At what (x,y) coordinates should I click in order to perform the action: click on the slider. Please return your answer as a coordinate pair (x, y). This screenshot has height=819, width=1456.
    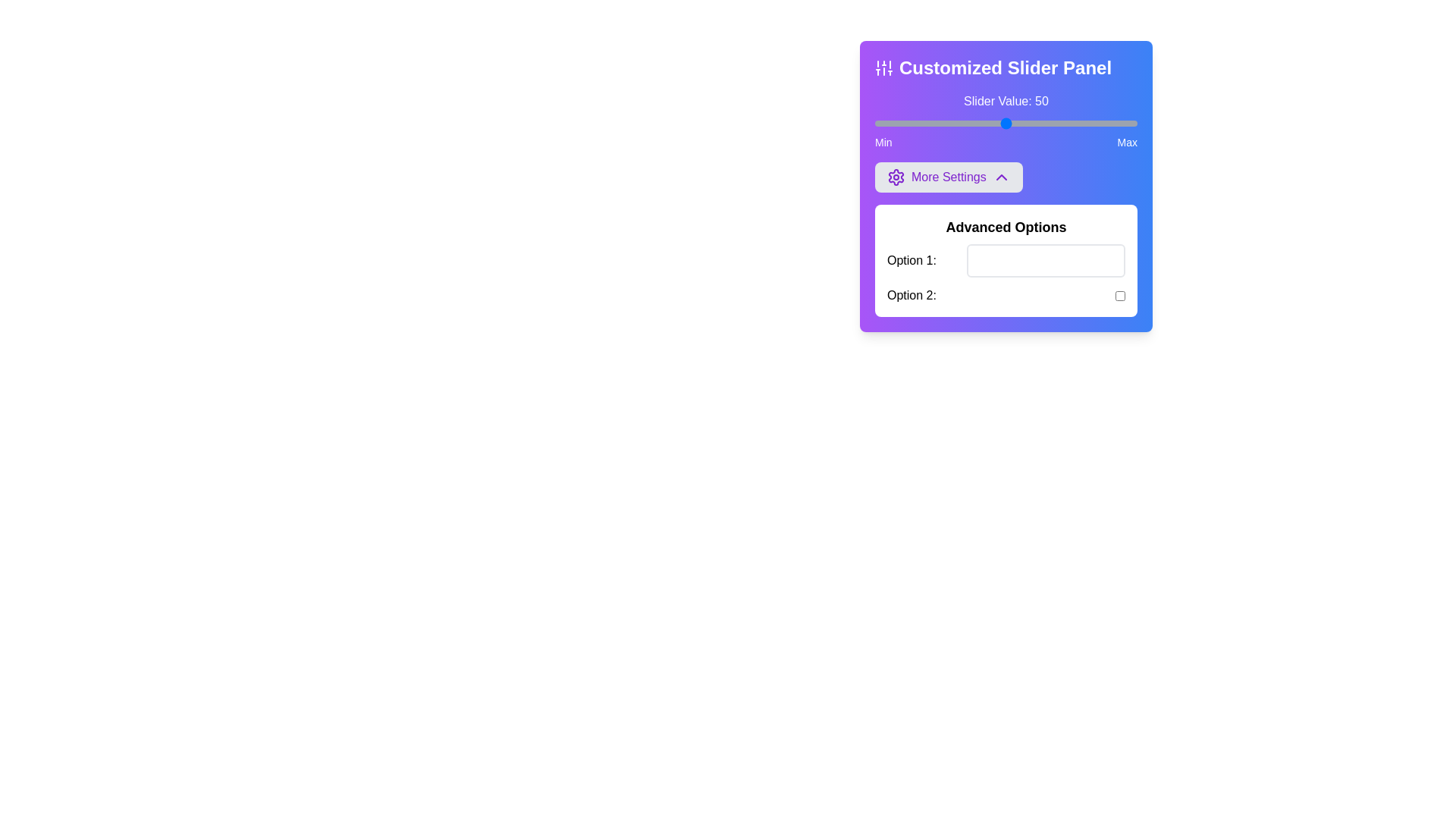
    Looking at the image, I should click on (911, 122).